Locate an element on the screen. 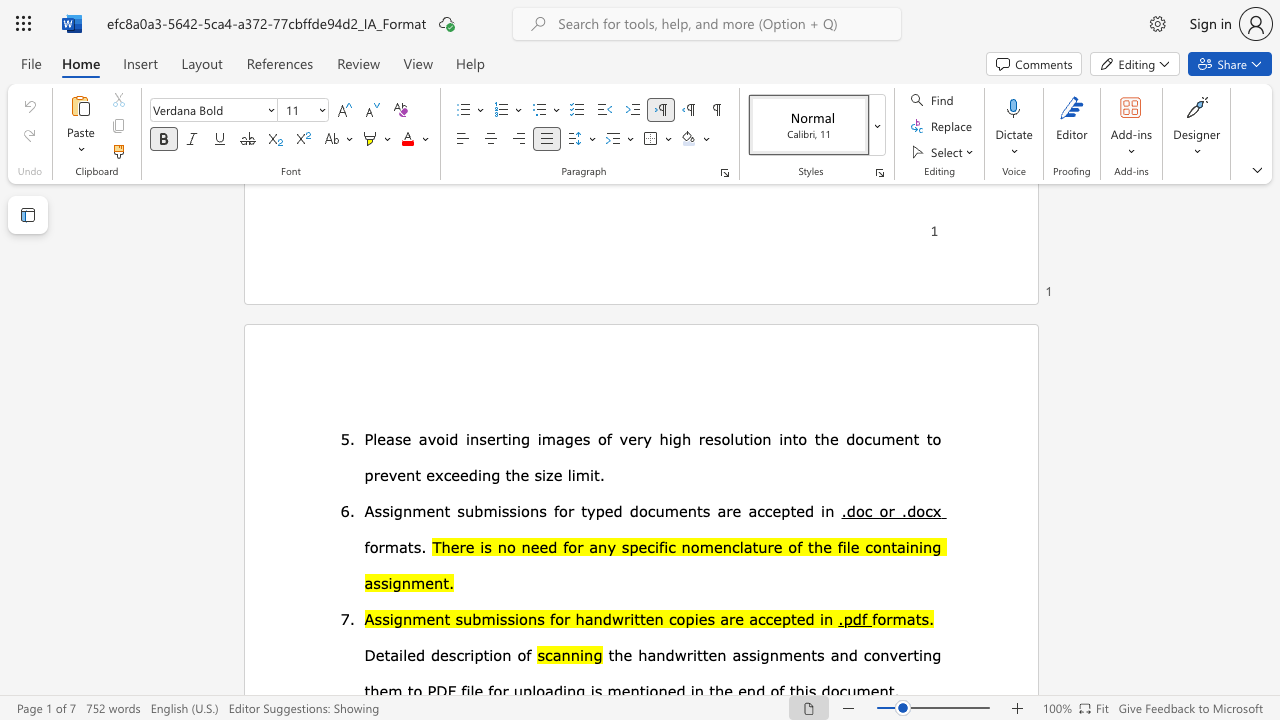 The image size is (1280, 720). the subset text "ent to" within the text "resolution into the document to" is located at coordinates (894, 437).